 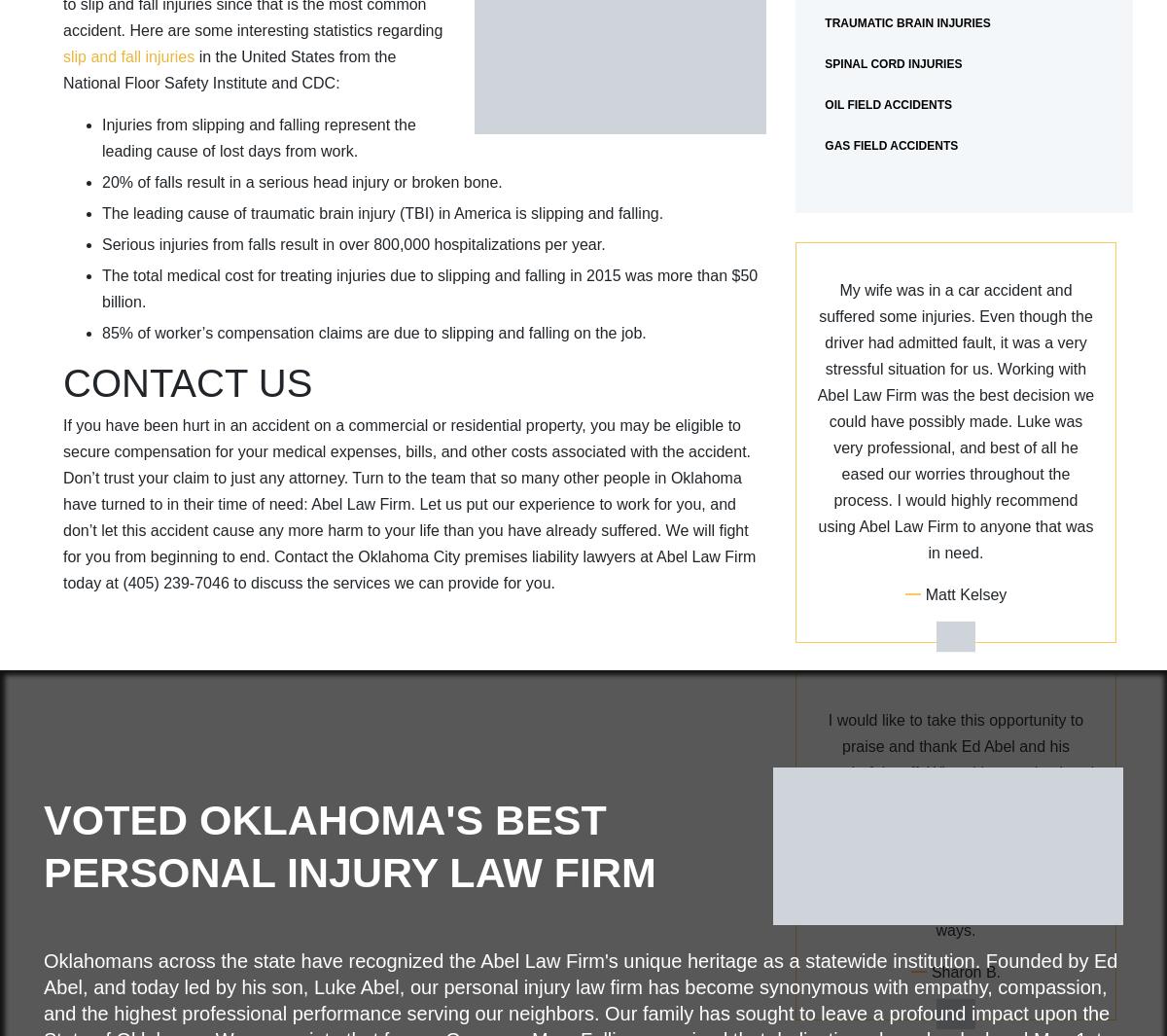 I want to click on 'Whitley Studdard', so click(x=966, y=224).